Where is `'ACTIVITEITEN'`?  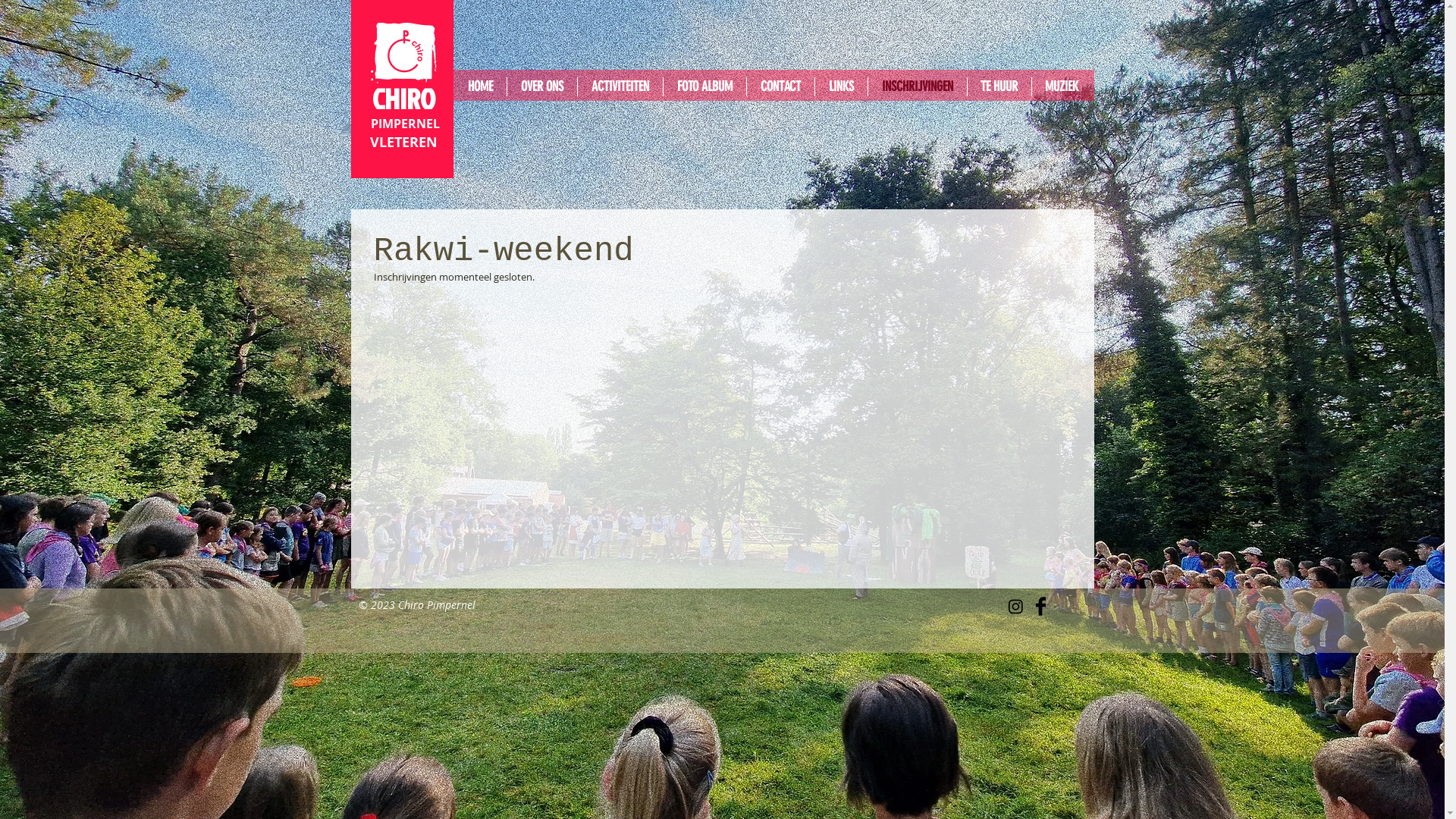 'ACTIVITEITEN' is located at coordinates (620, 86).